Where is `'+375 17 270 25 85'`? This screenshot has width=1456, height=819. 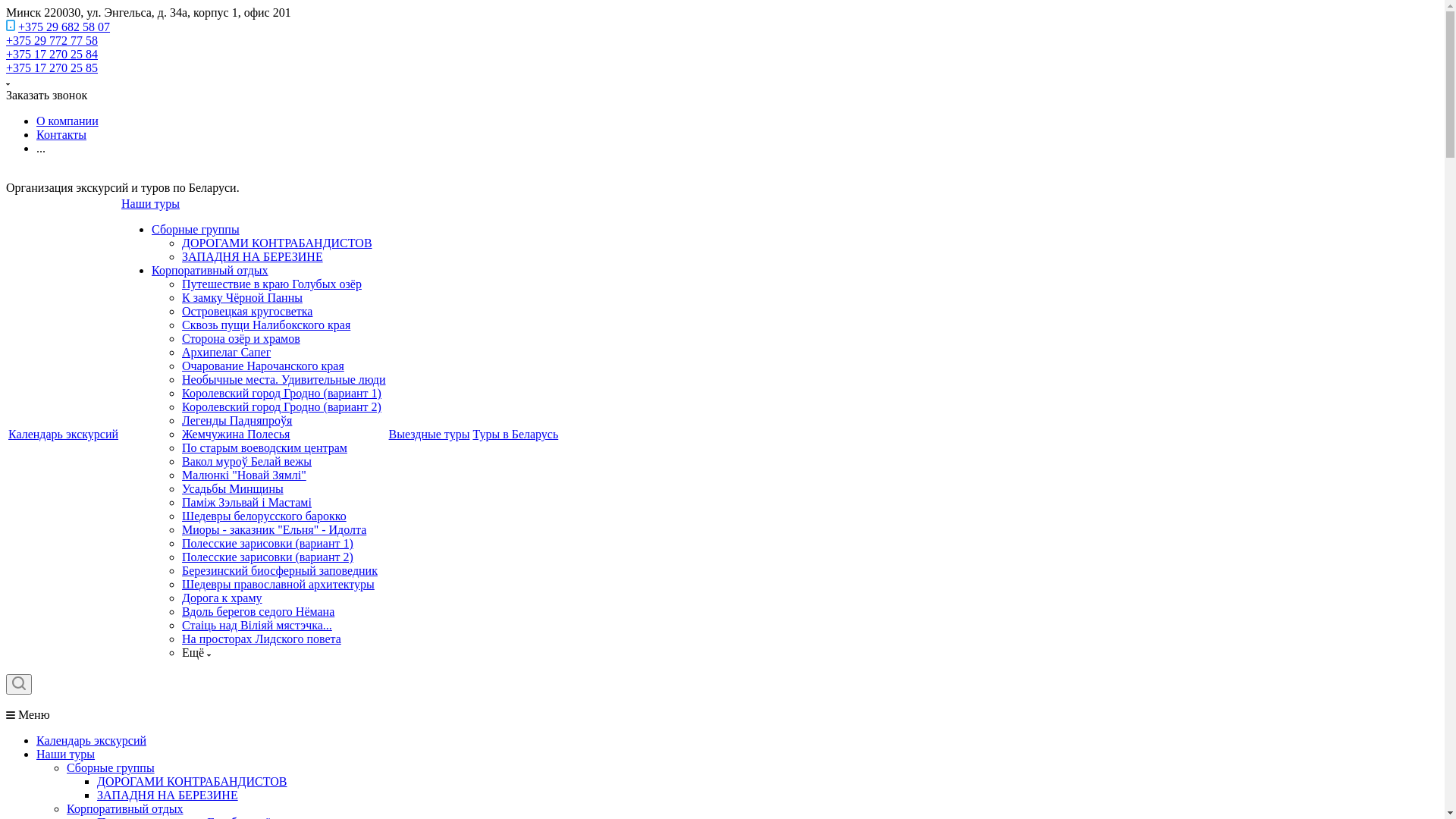
'+375 17 270 25 85' is located at coordinates (52, 67).